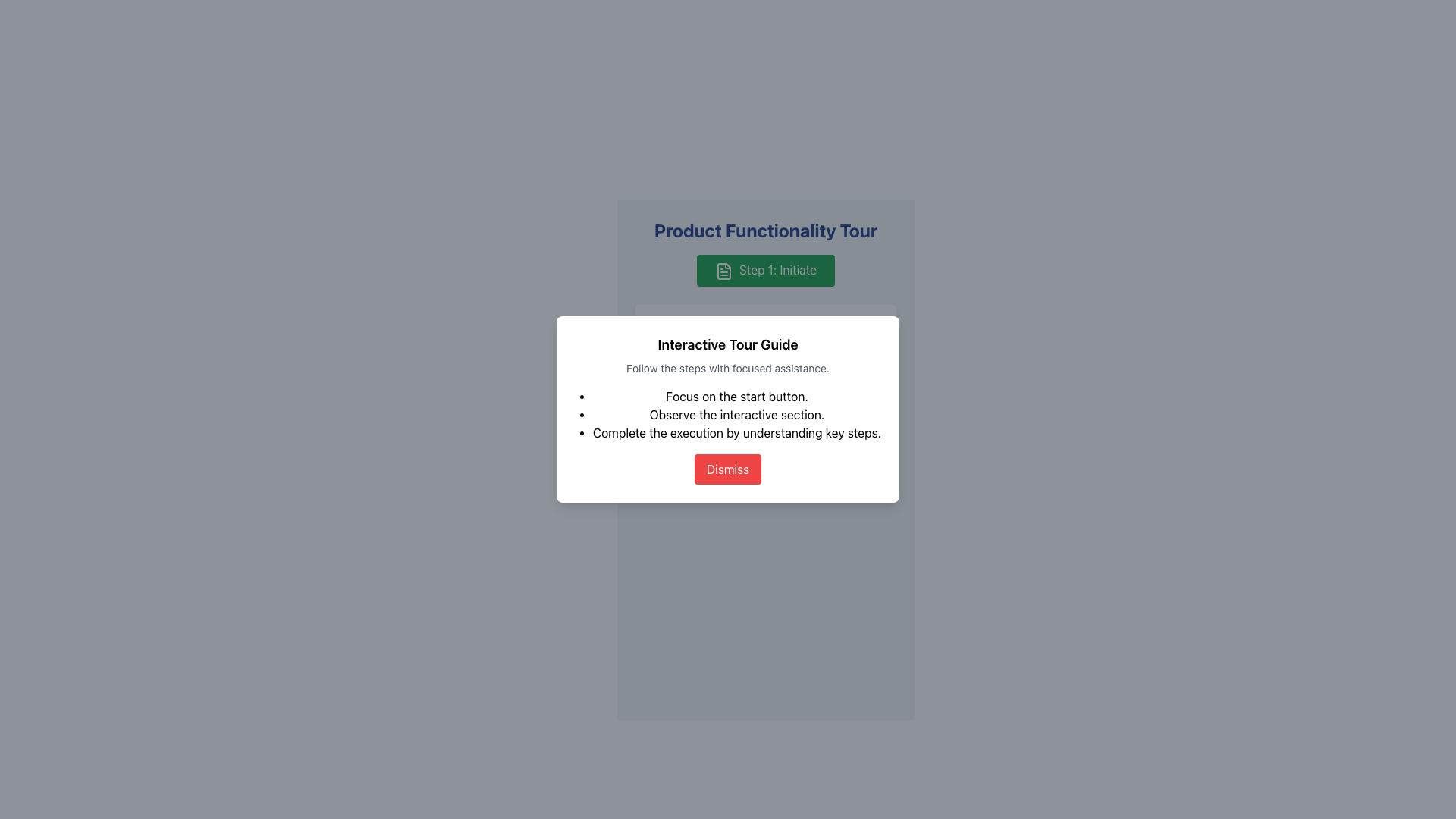  Describe the element at coordinates (765, 331) in the screenshot. I see `the Circle graphic within the SVG that is part of the play icon, located above the 'Interactive Tour Guide' heading in the modal window` at that location.